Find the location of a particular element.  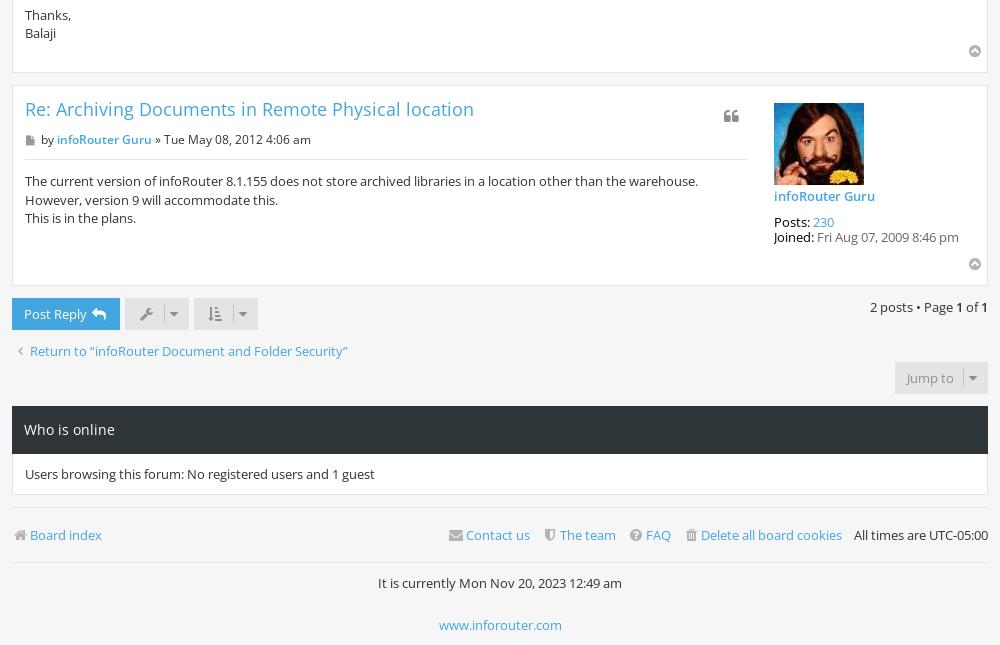

'The team' is located at coordinates (587, 535).